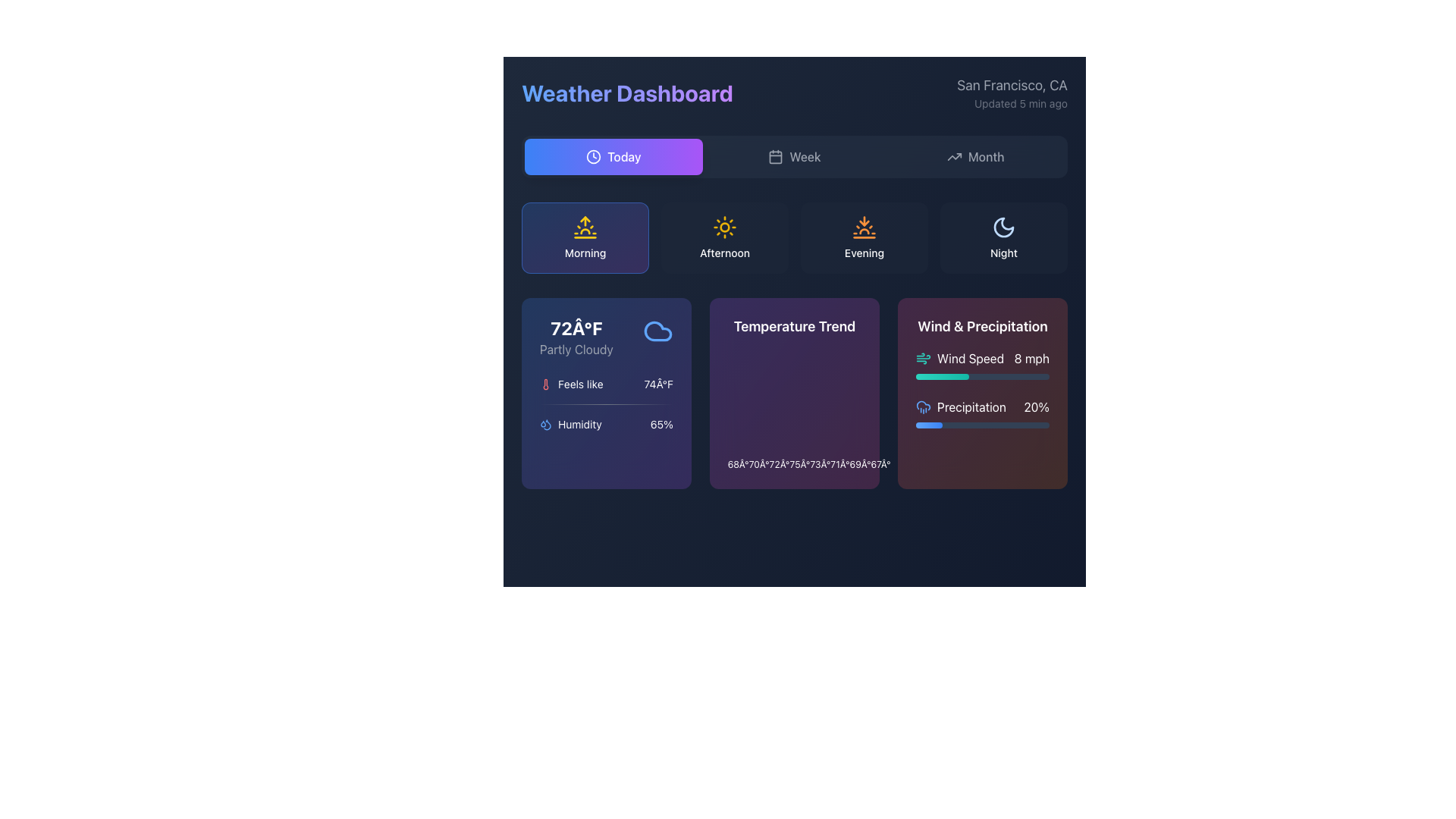  I want to click on the 'Today' text label which serves as an indicator for selecting today's view in the dashboard, located in the upper left section of the interface, so click(624, 157).